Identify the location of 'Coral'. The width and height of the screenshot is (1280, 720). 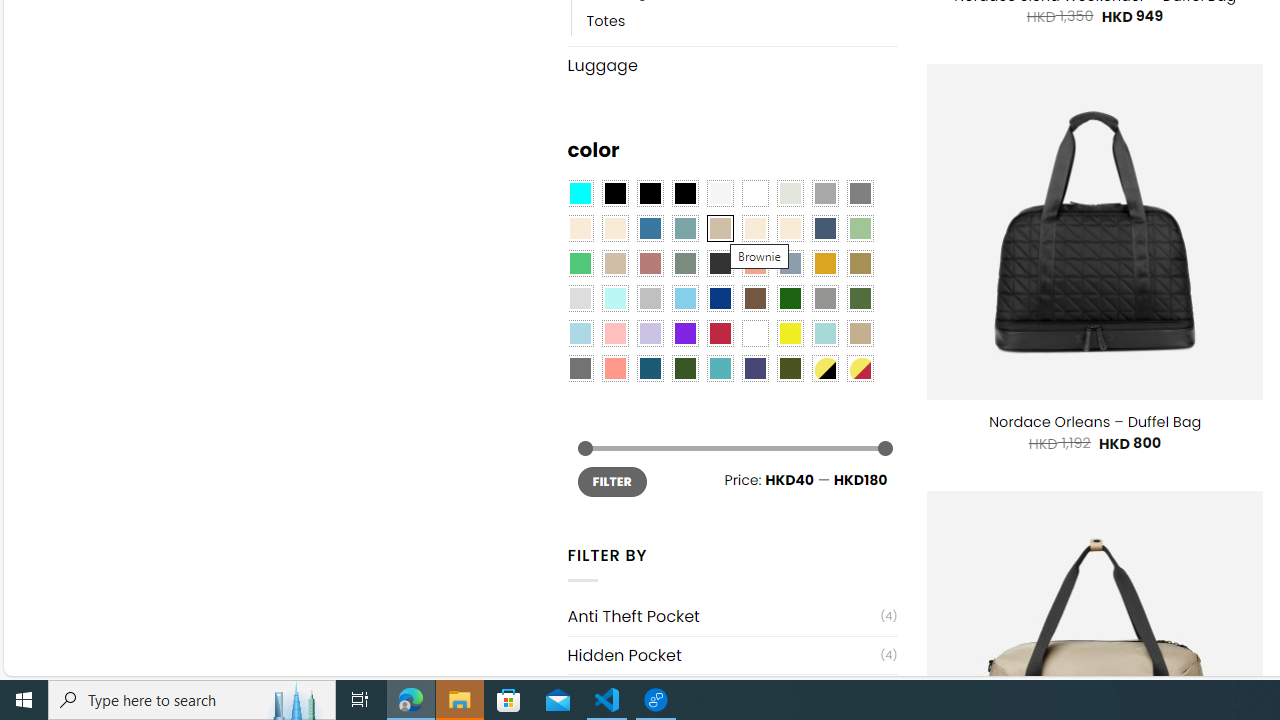
(754, 263).